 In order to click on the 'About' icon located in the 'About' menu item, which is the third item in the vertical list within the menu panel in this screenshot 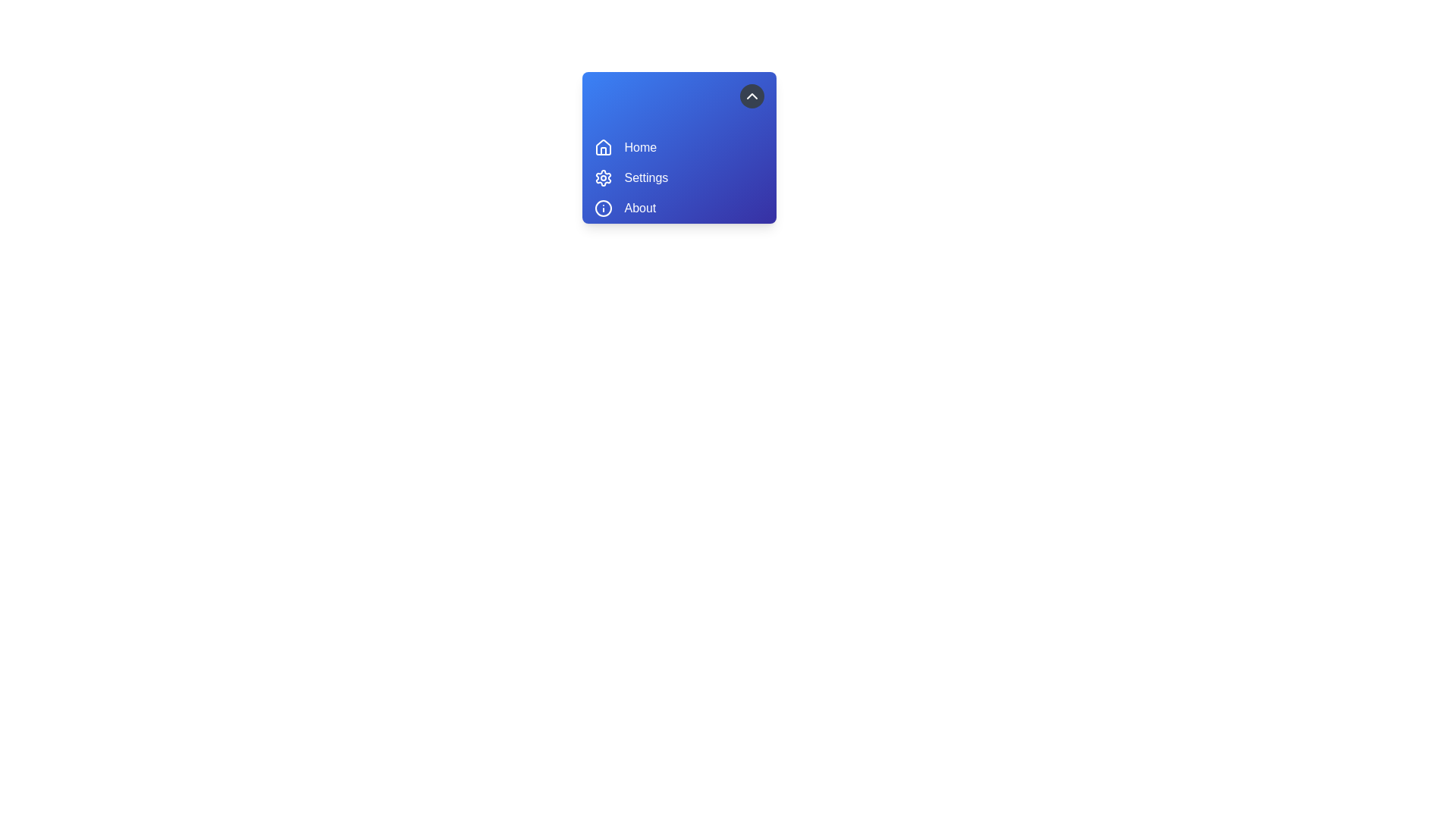, I will do `click(602, 208)`.